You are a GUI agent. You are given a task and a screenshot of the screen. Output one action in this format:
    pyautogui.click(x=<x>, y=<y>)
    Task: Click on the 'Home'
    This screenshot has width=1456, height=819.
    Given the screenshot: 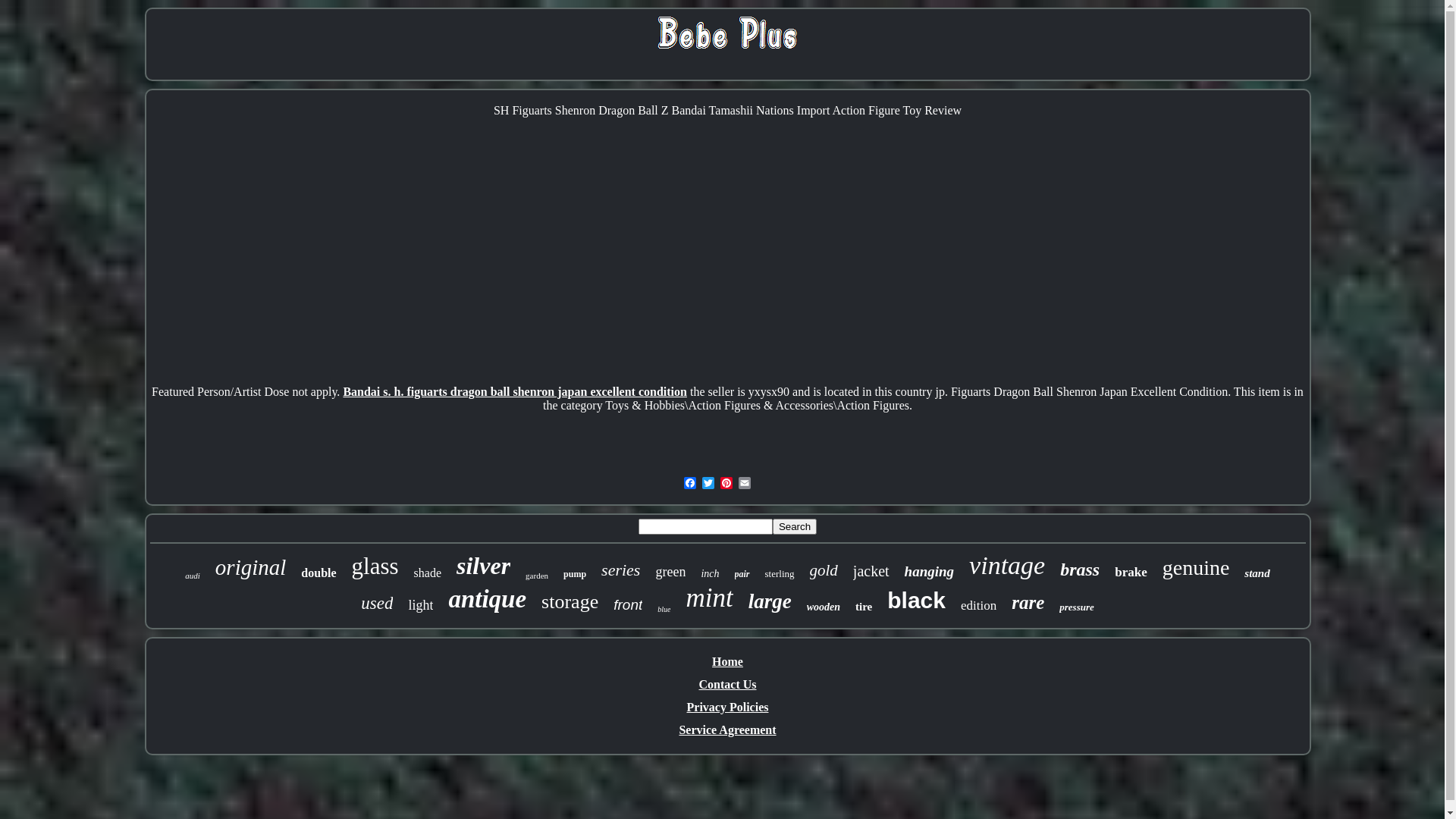 What is the action you would take?
    pyautogui.click(x=726, y=661)
    